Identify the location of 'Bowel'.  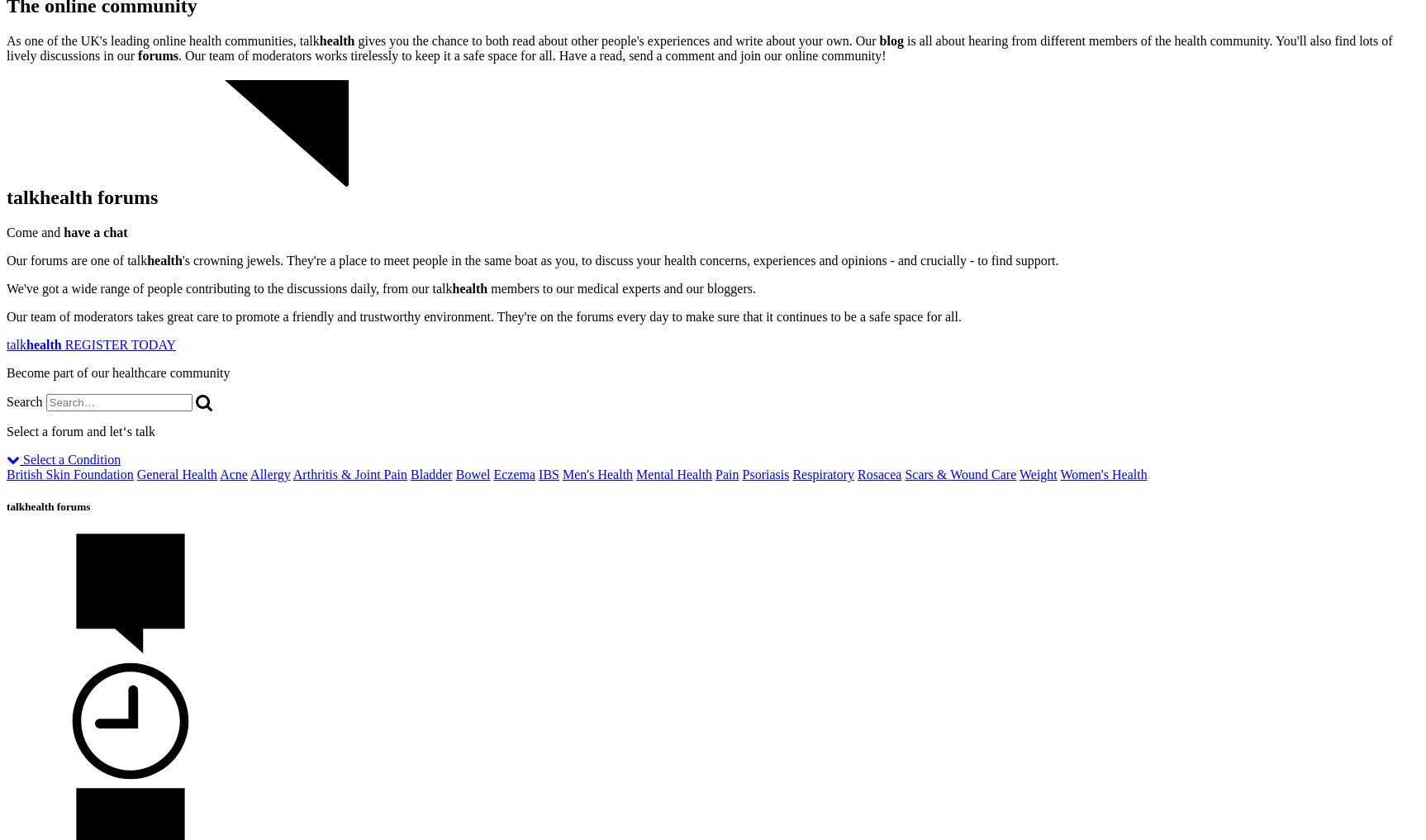
(472, 473).